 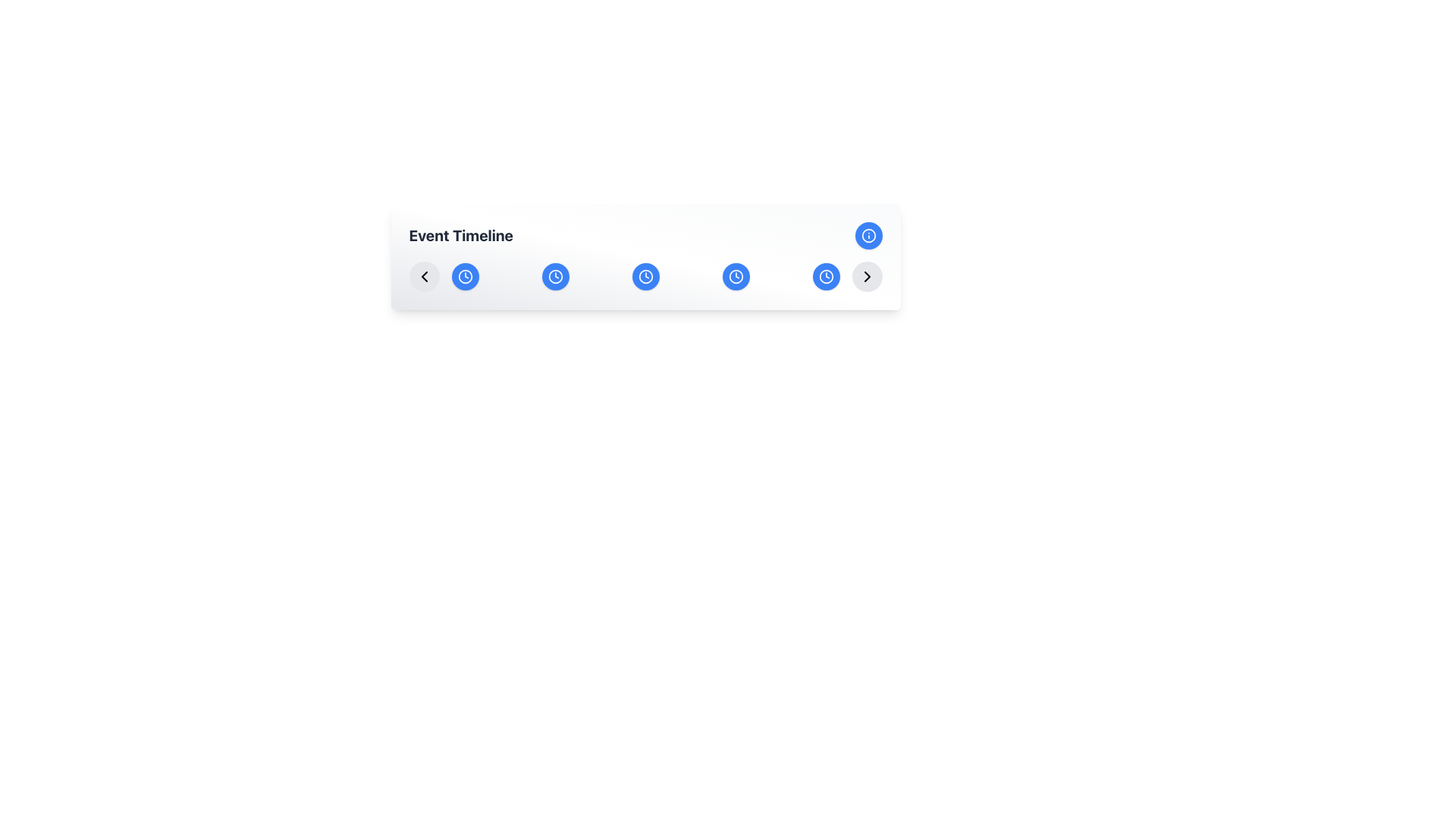 I want to click on the fourth button in the horizontal layout representing an event or time marker for April, so click(x=736, y=277).